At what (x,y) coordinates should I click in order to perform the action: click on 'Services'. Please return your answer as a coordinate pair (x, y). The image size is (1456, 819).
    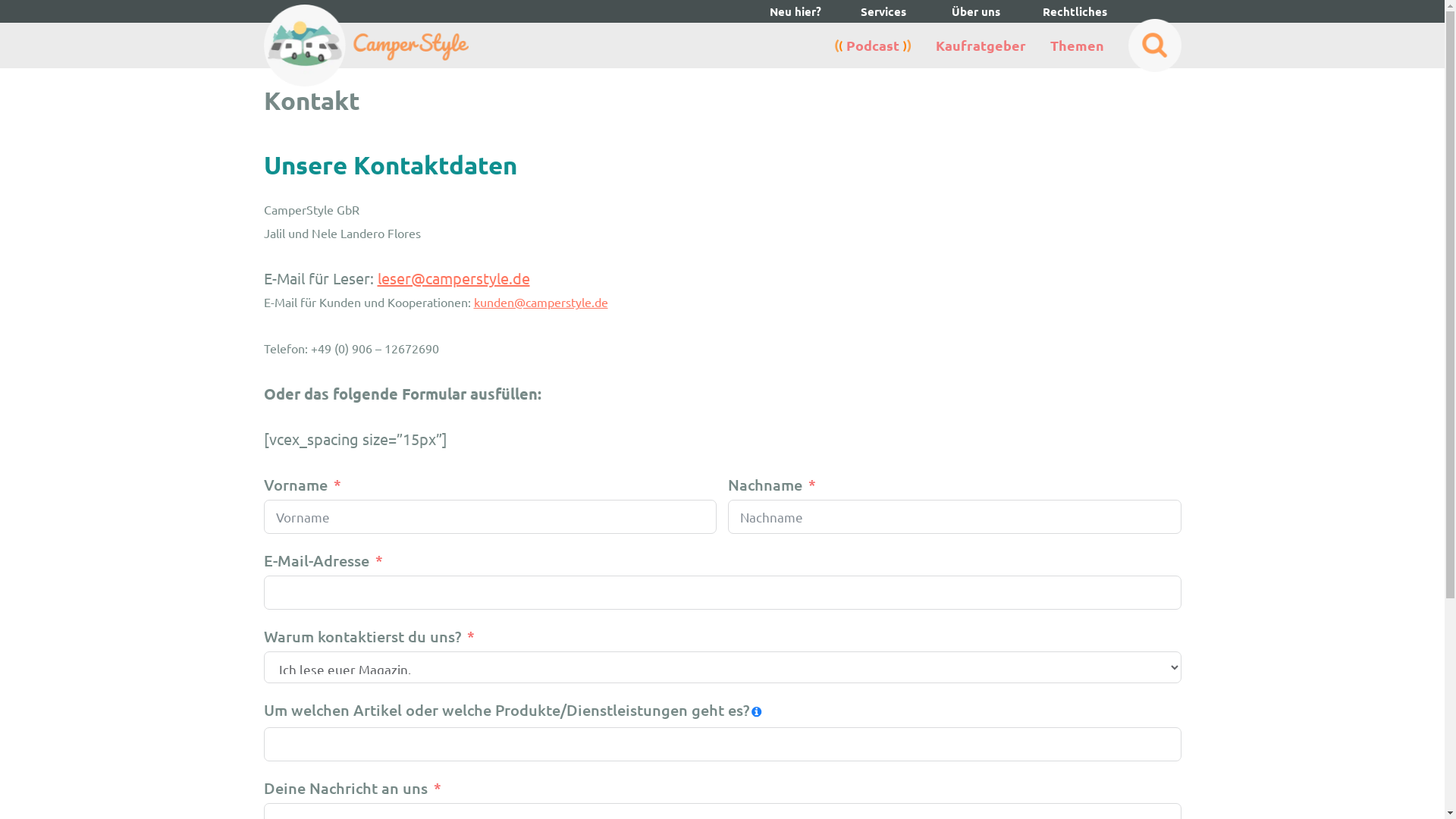
    Looking at the image, I should click on (883, 11).